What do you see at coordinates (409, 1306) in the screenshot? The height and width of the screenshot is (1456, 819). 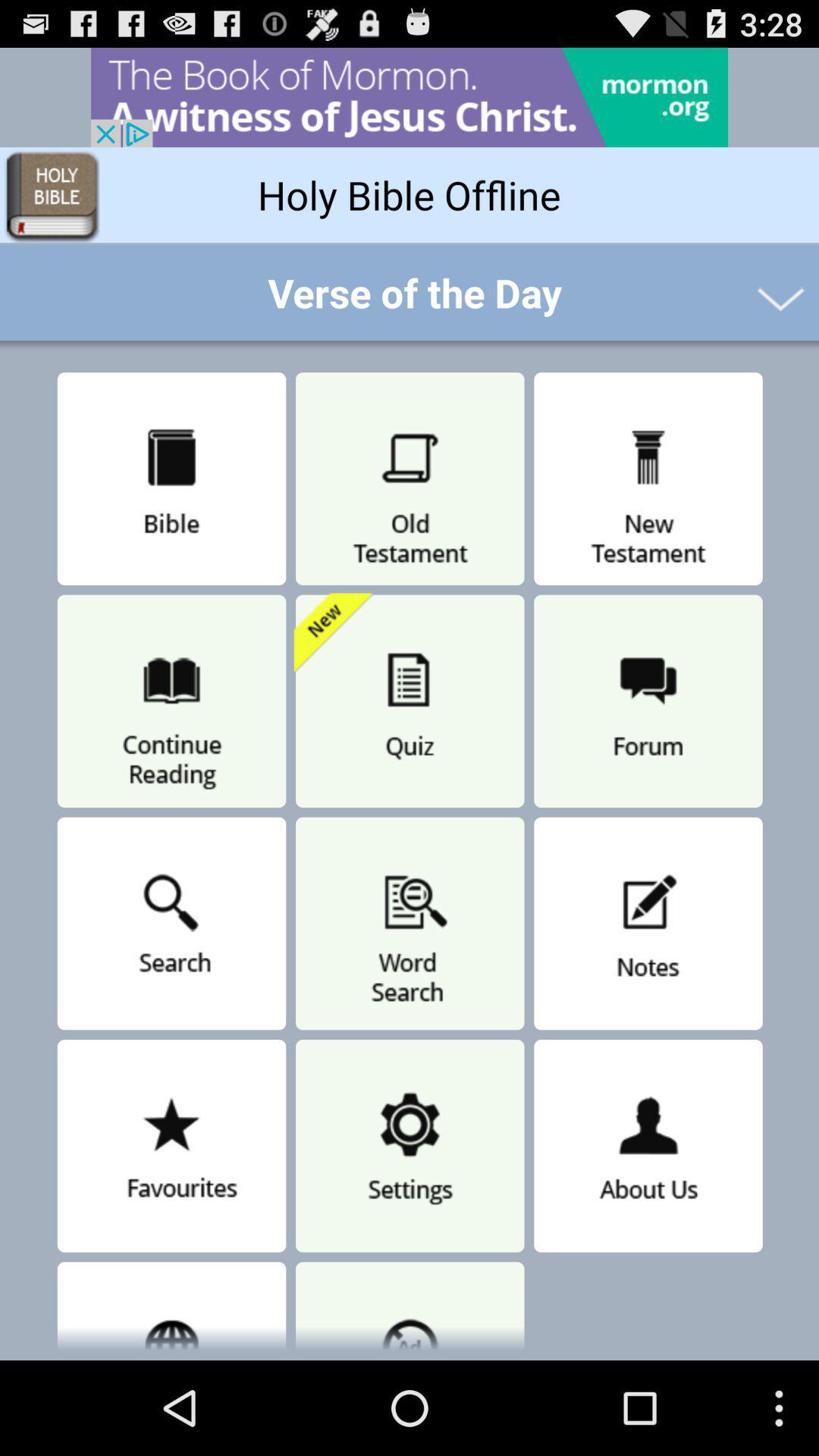 I see `the icon below the settings icon` at bounding box center [409, 1306].